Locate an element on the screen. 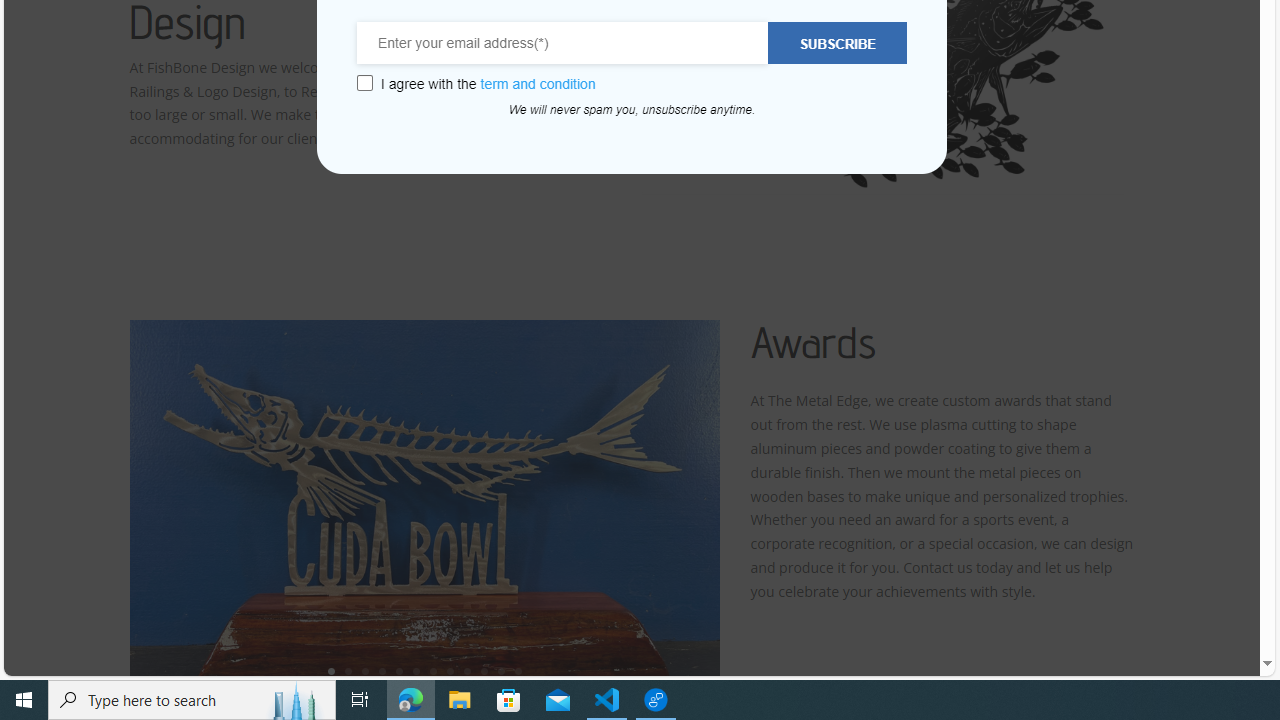 Image resolution: width=1280 pixels, height=720 pixels. 'Enter your email address(*)' is located at coordinates (562, 43).